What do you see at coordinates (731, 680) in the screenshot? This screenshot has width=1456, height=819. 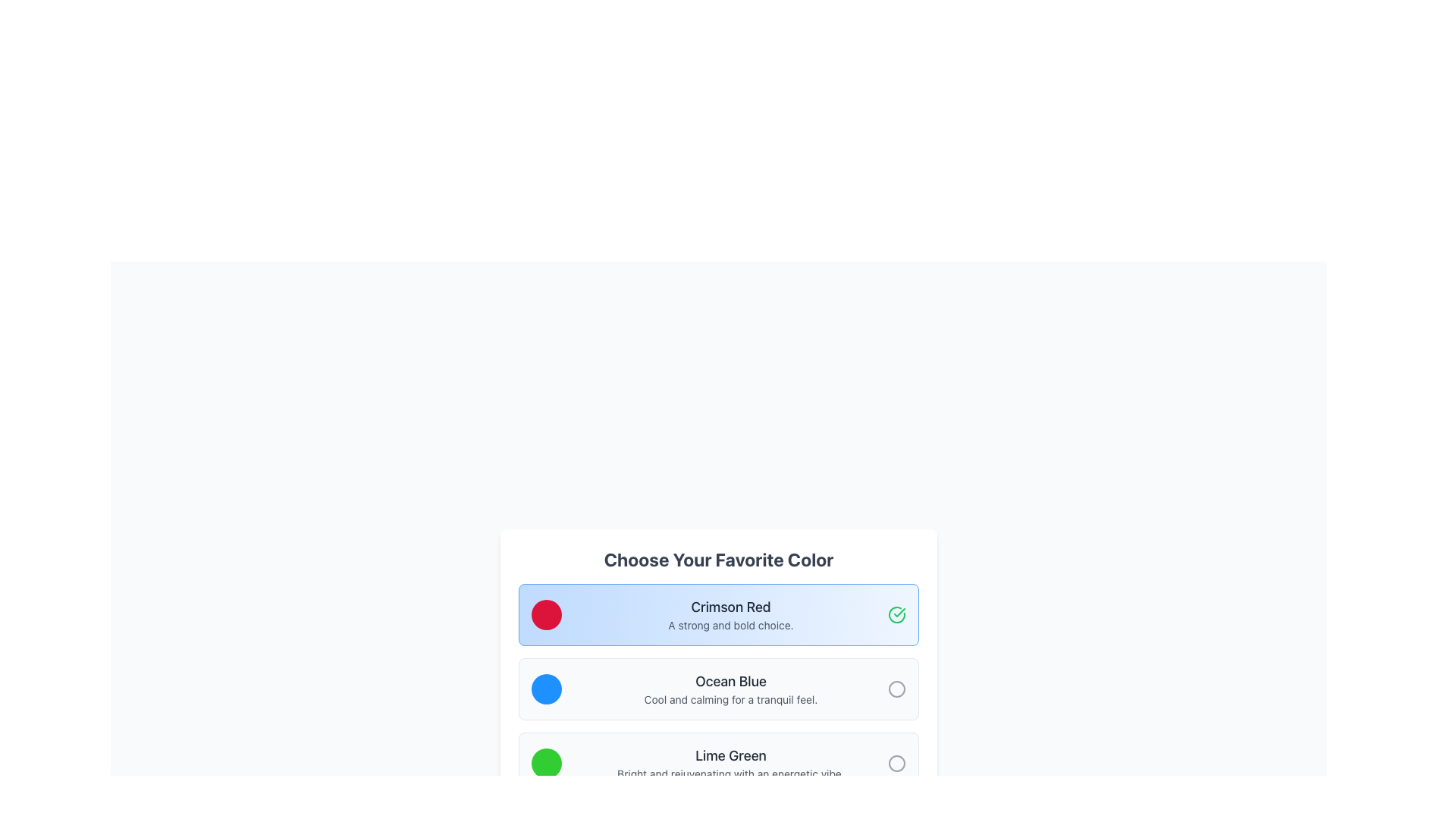 I see `the 'Ocean Blue' text label, which serves as a title for the color option in the list of colors` at bounding box center [731, 680].